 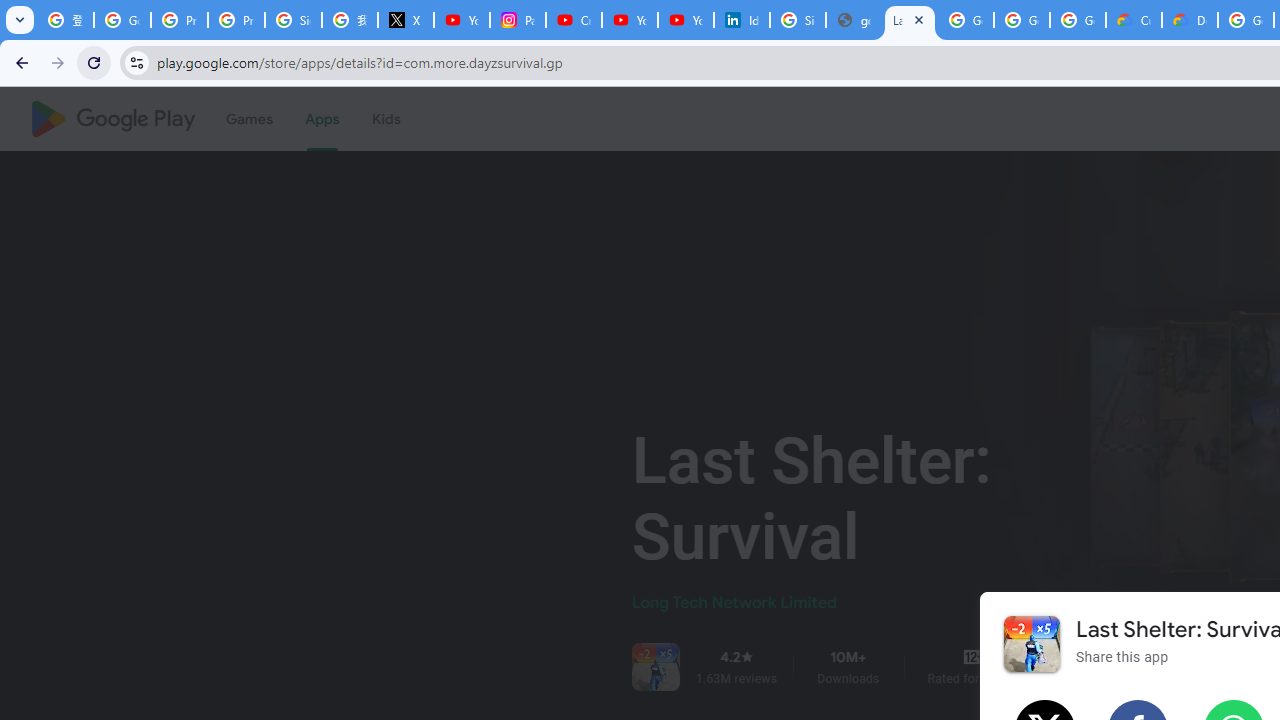 What do you see at coordinates (236, 20) in the screenshot?
I see `'Privacy Help Center - Policies Help'` at bounding box center [236, 20].